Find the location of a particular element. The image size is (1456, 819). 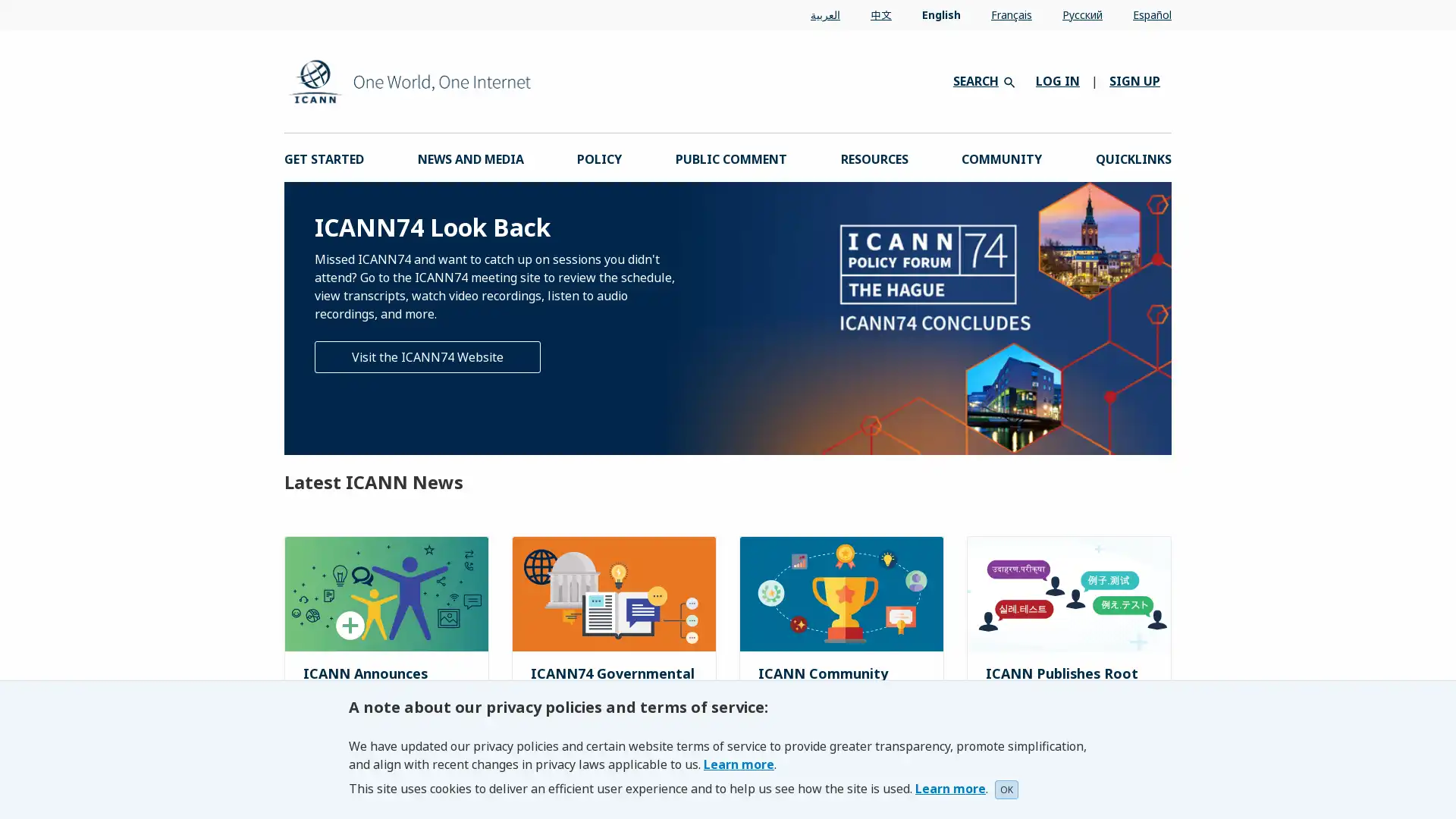

RESOURCES is located at coordinates (874, 158).